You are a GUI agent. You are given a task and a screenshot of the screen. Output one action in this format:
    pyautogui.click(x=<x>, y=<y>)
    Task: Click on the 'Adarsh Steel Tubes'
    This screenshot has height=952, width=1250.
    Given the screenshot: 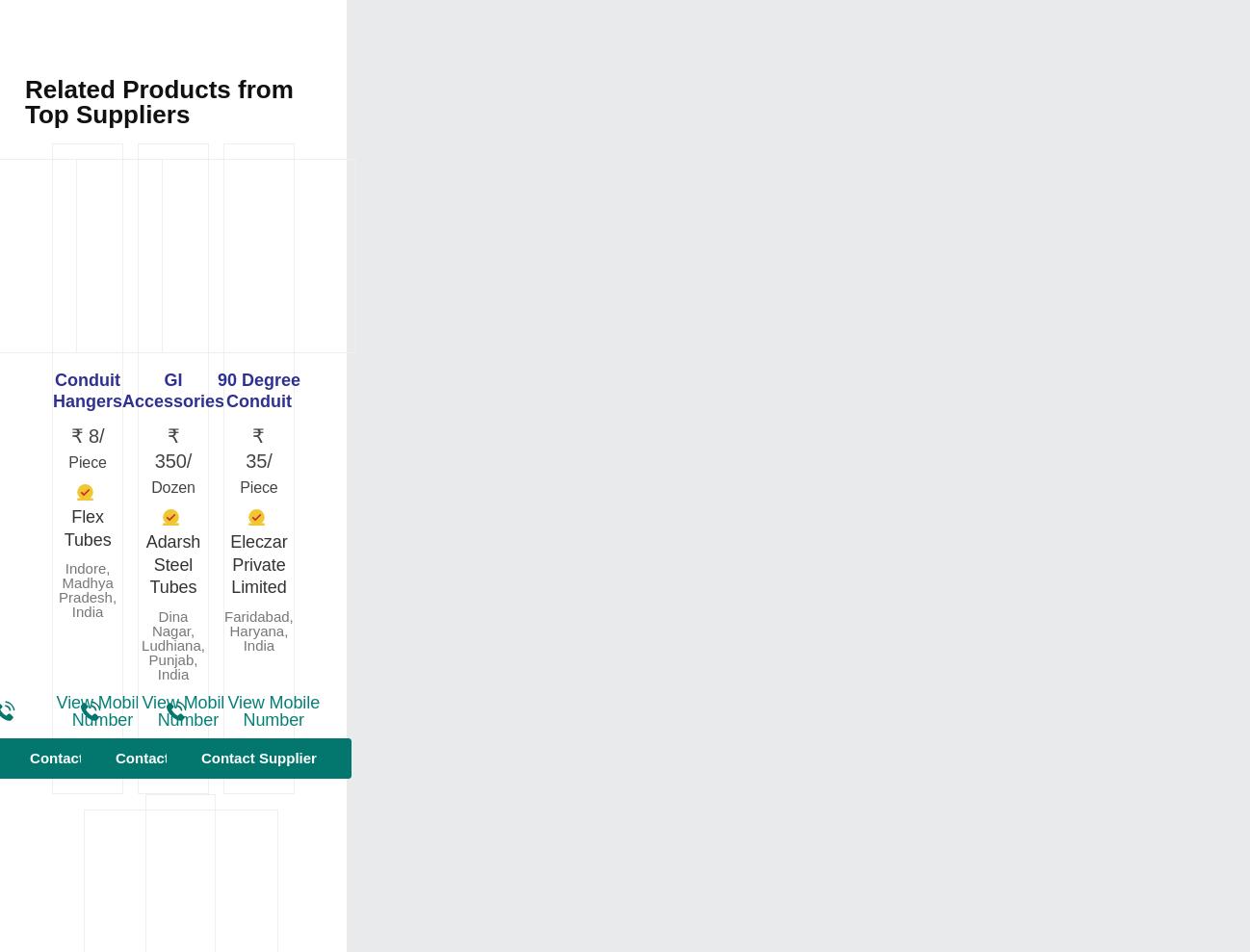 What is the action you would take?
    pyautogui.click(x=171, y=563)
    